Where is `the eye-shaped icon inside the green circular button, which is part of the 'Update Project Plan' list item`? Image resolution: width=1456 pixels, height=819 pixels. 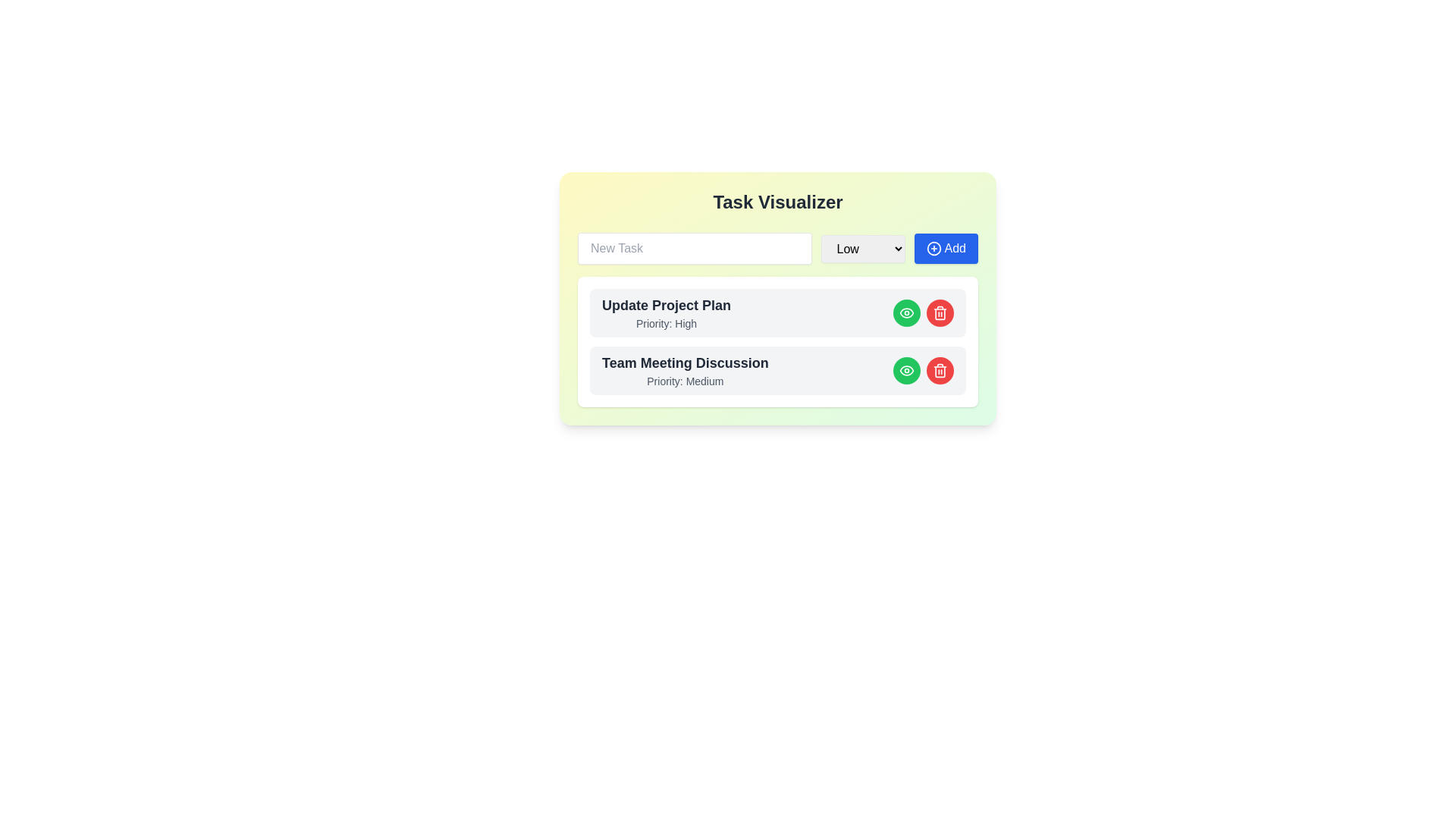
the eye-shaped icon inside the green circular button, which is part of the 'Update Project Plan' list item is located at coordinates (906, 371).